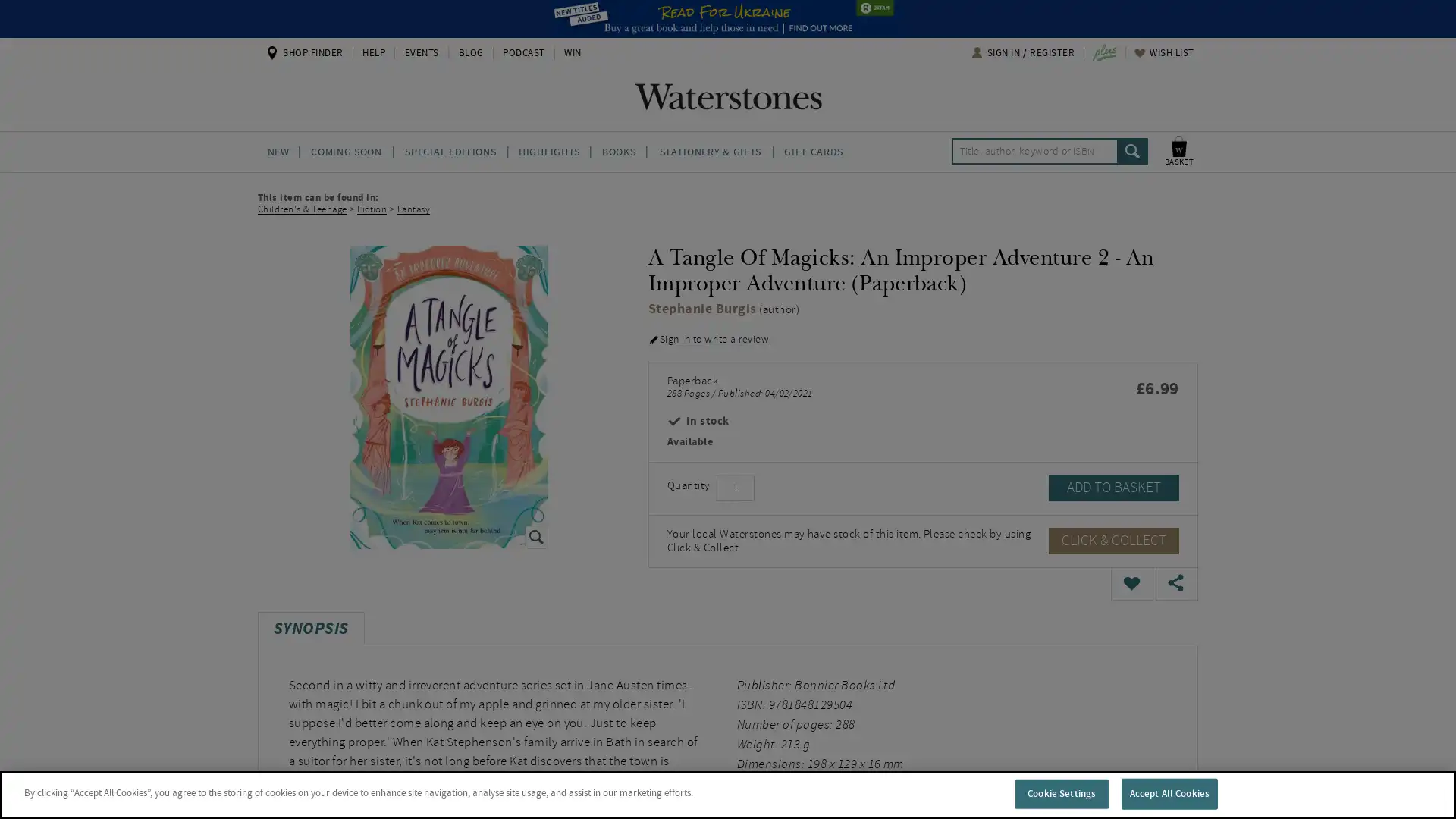 This screenshot has height=819, width=1456. I want to click on ADD TO BASKET, so click(1113, 487).